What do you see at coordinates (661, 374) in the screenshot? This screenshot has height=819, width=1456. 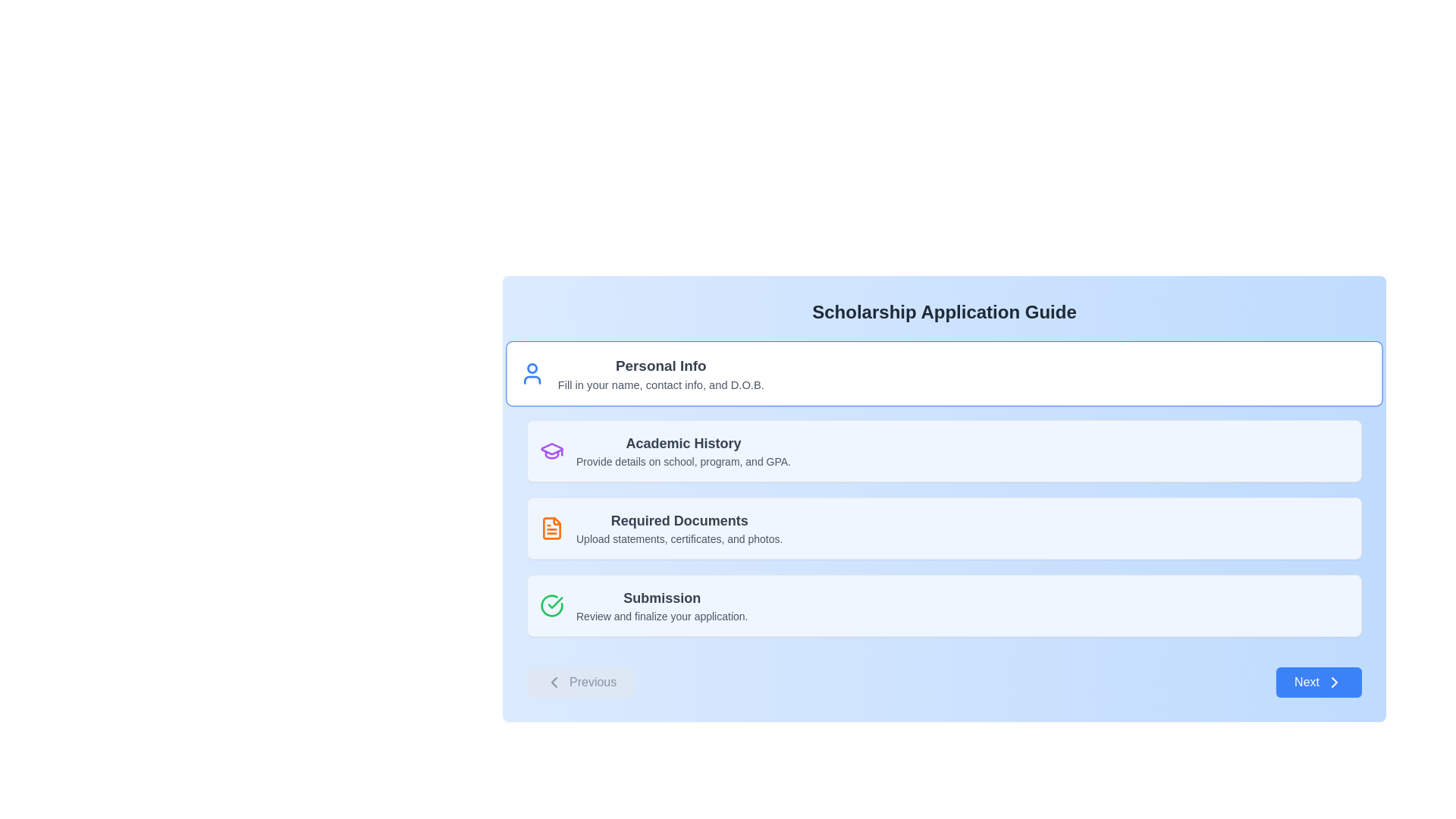 I see `the label that describes the first step of the application process, which provides instructions for users to input their personal information under the header 'Scholarship Application Guide.'` at bounding box center [661, 374].